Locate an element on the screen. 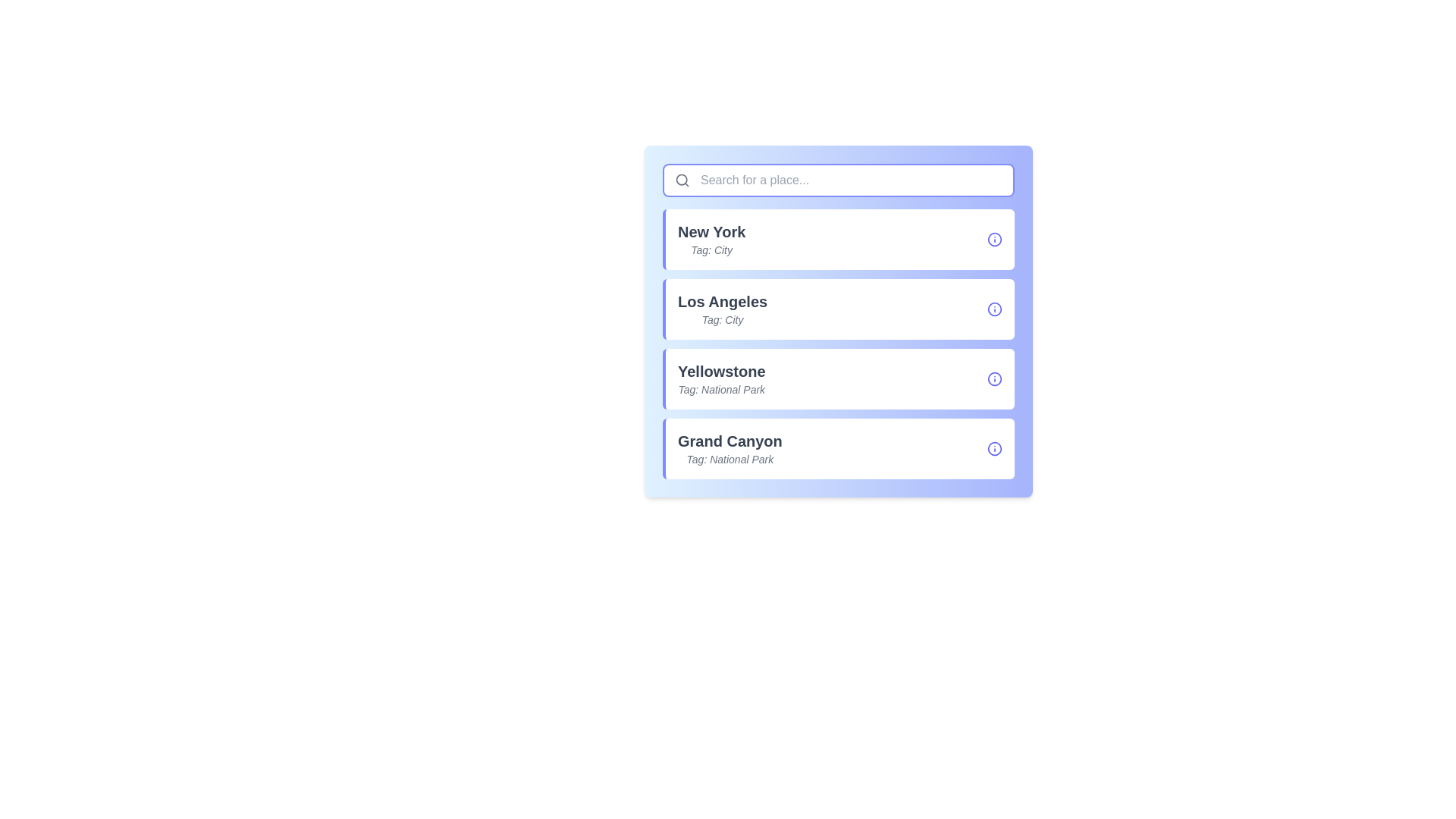 This screenshot has width=1456, height=819. the 'Yellowstone' card element, which is the third card in a vertical list of cards is located at coordinates (837, 378).